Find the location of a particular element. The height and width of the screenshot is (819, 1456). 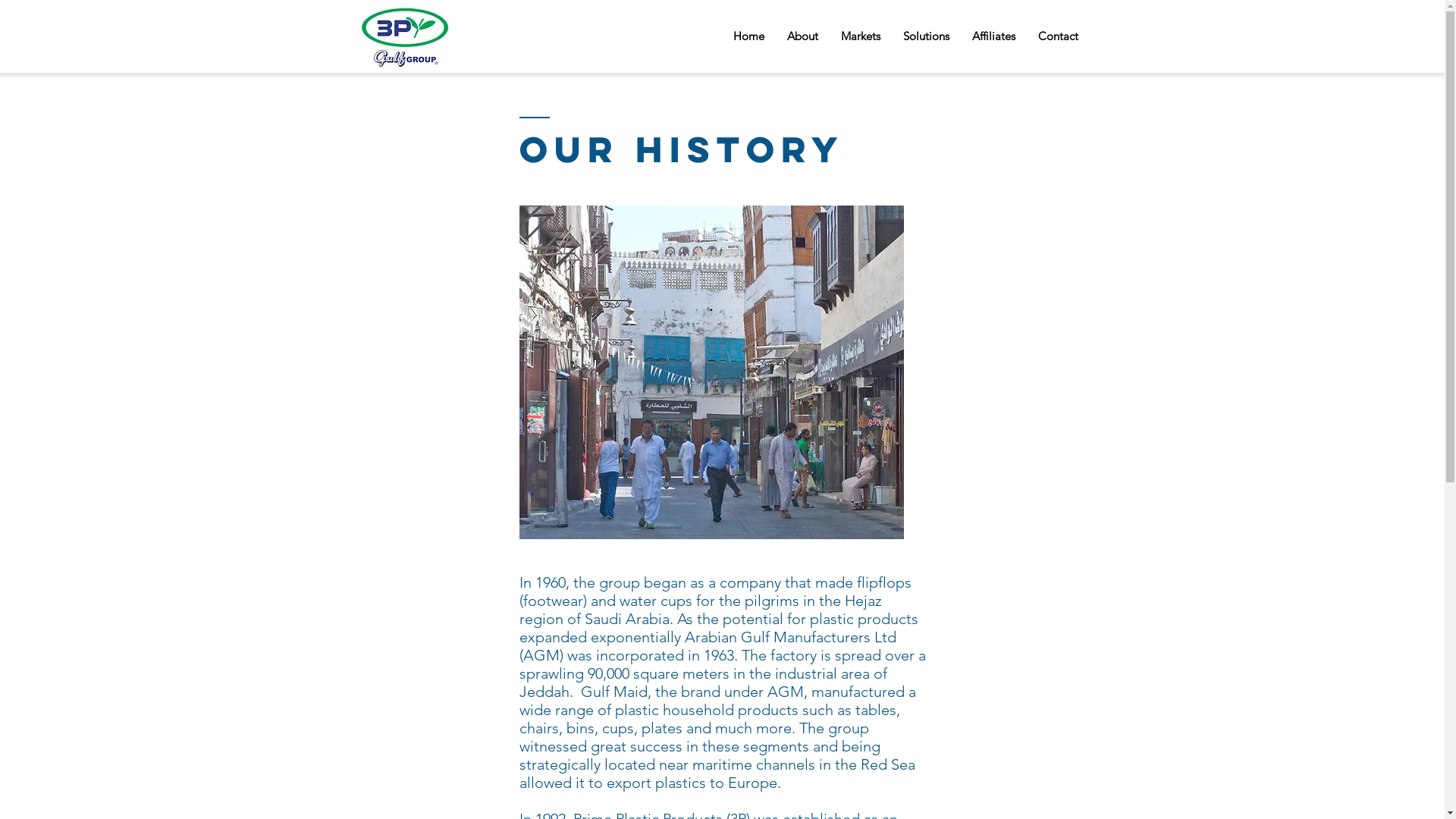

'Contact' is located at coordinates (1026, 35).